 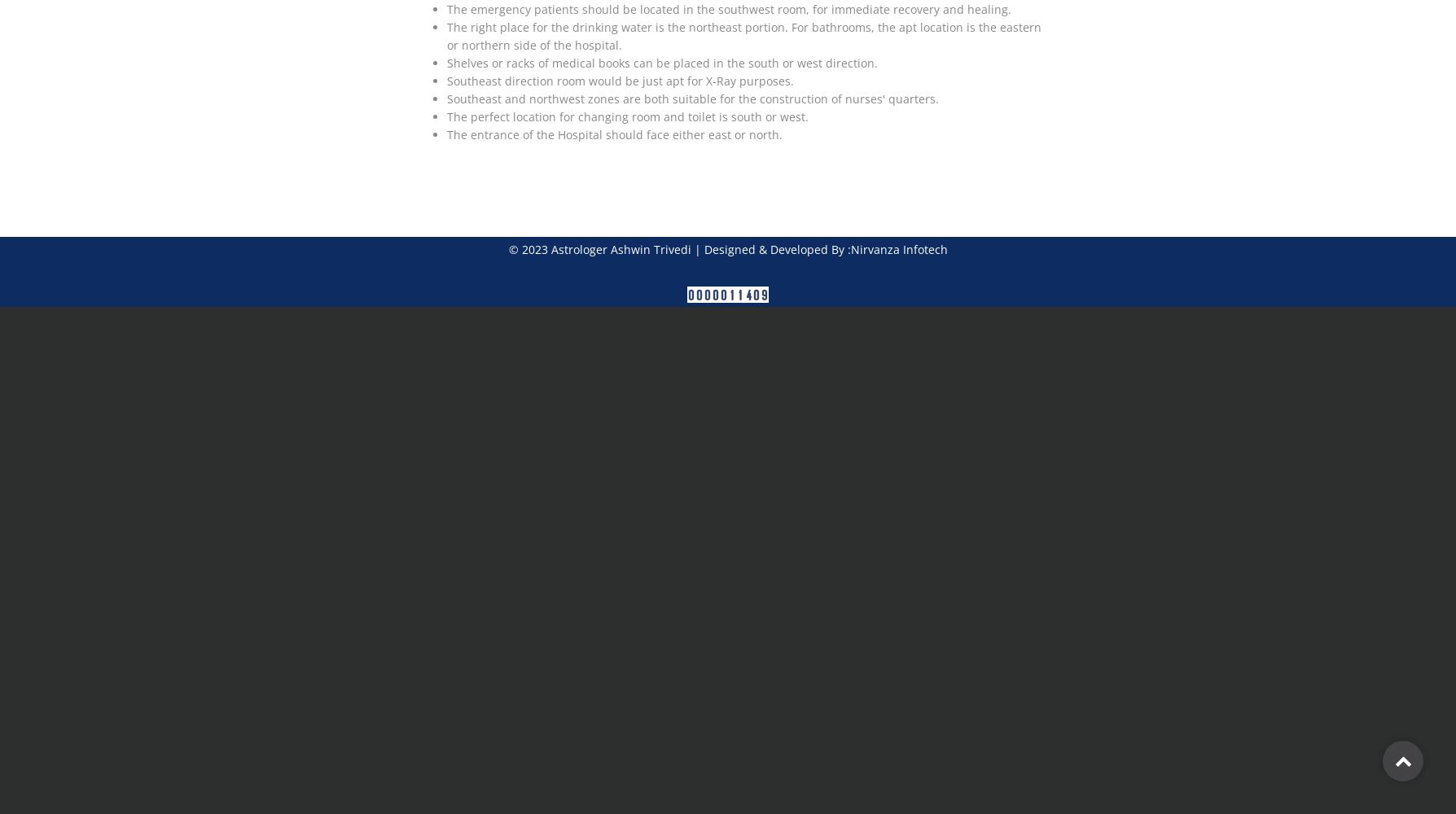 I want to click on 'Shelves or racks of medical books can be placed in the south or west direction.', so click(x=661, y=62).